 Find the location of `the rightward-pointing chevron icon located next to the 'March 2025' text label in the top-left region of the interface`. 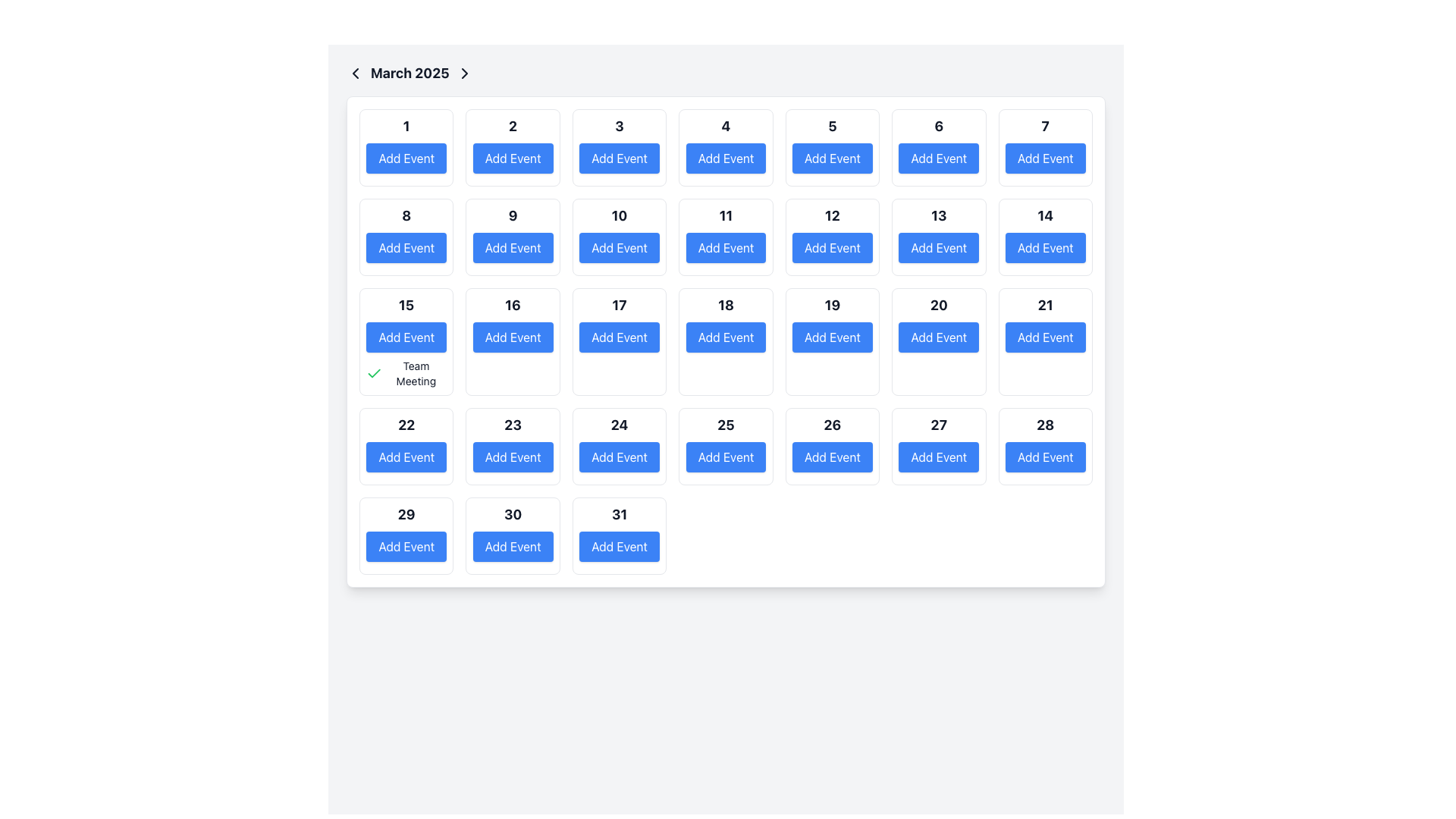

the rightward-pointing chevron icon located next to the 'March 2025' text label in the top-left region of the interface is located at coordinates (463, 73).